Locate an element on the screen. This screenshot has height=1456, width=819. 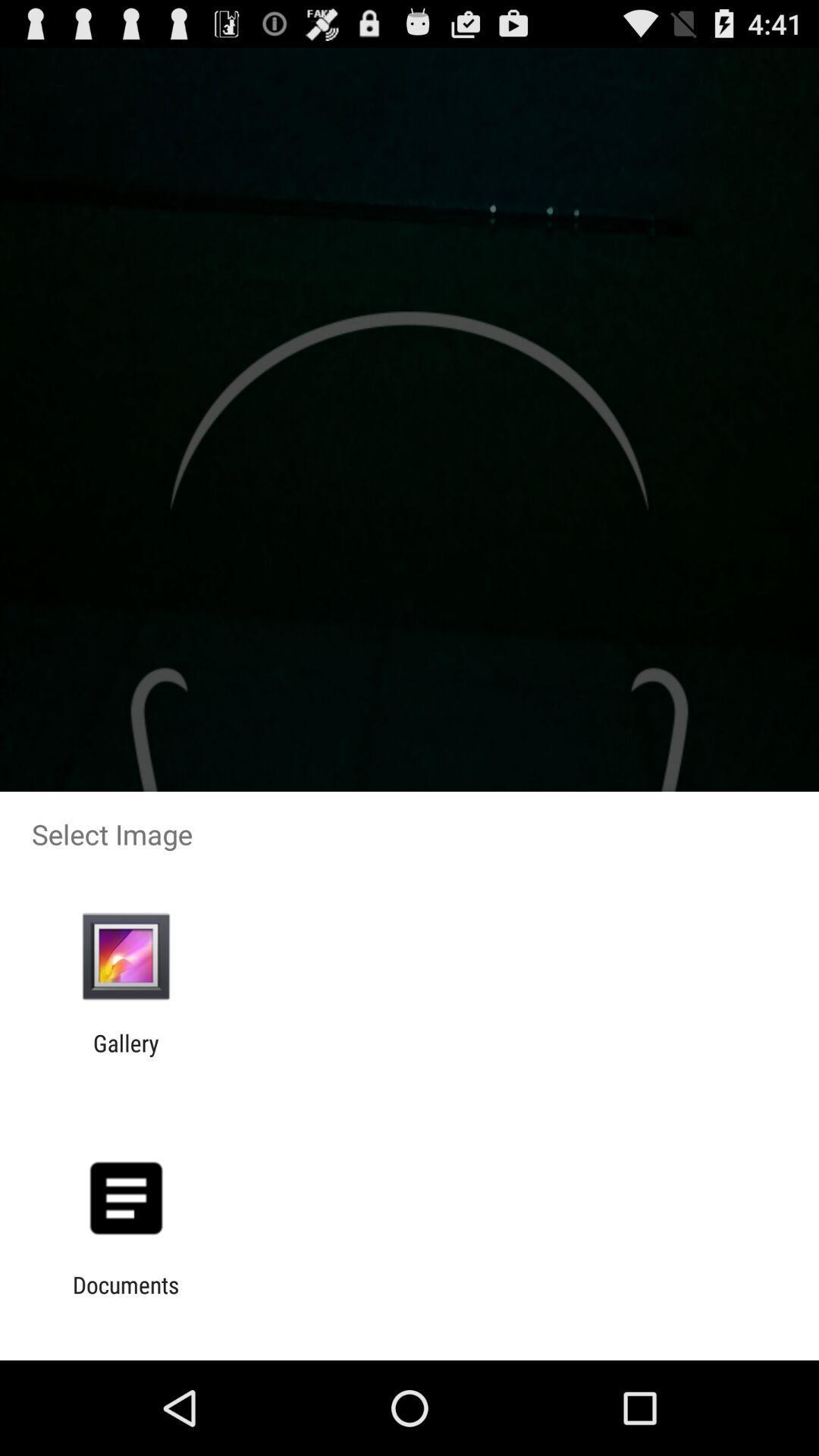
the documents item is located at coordinates (125, 1298).